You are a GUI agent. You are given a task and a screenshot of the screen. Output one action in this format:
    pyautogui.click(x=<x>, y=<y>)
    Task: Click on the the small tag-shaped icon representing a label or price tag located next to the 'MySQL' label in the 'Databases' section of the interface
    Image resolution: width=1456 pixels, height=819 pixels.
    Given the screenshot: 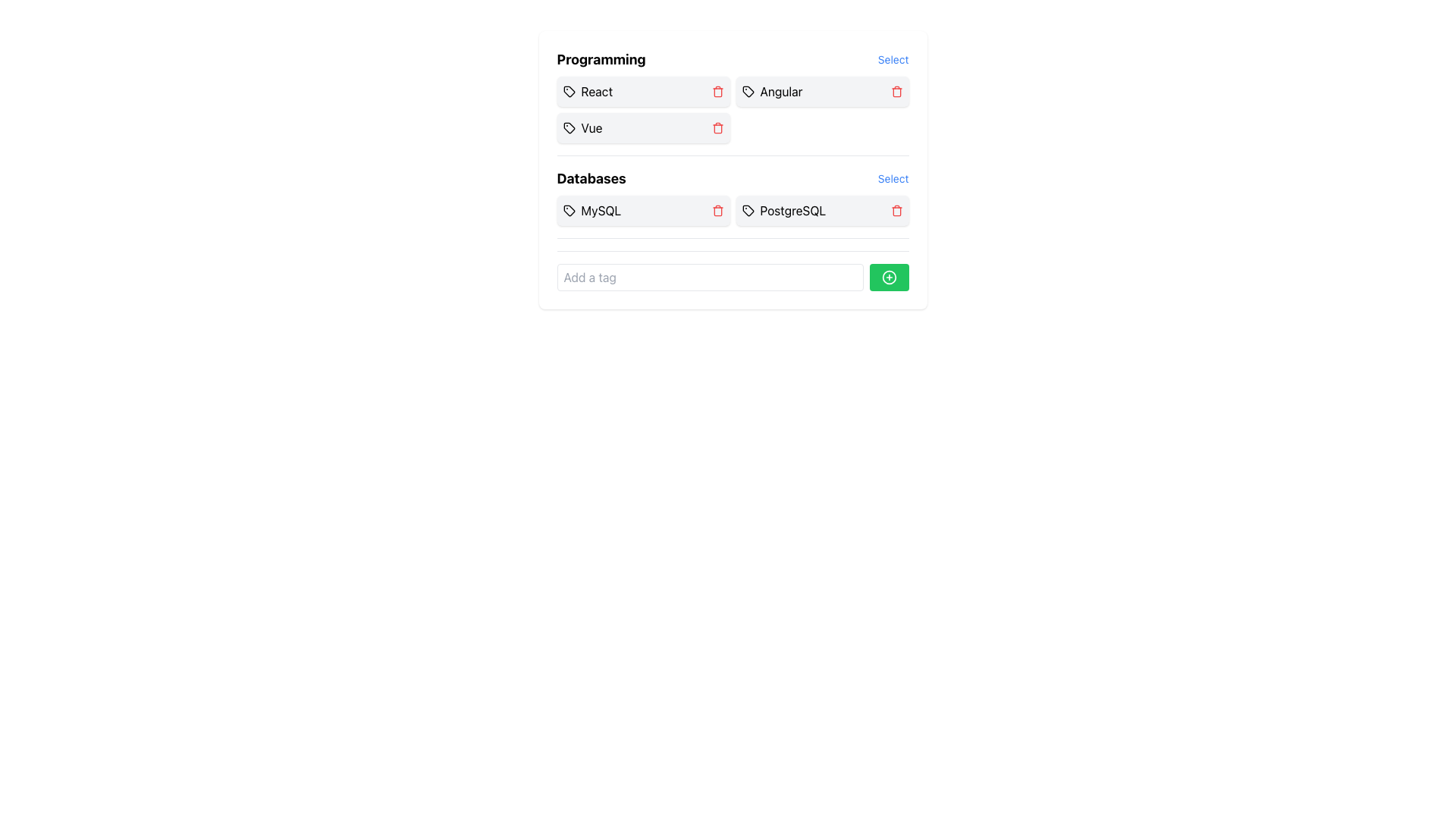 What is the action you would take?
    pyautogui.click(x=568, y=210)
    